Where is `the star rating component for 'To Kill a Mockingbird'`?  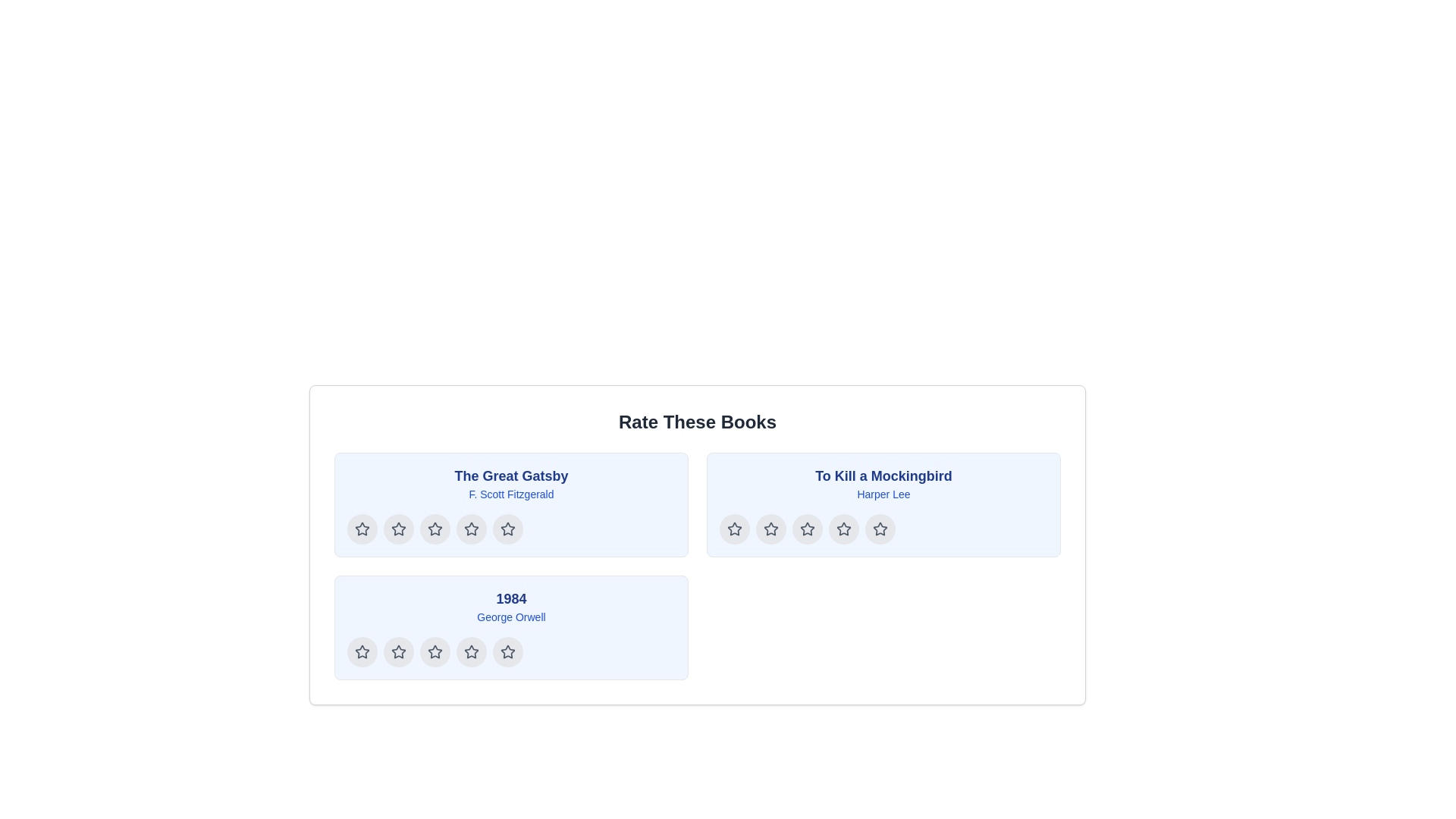 the star rating component for 'To Kill a Mockingbird' is located at coordinates (883, 529).